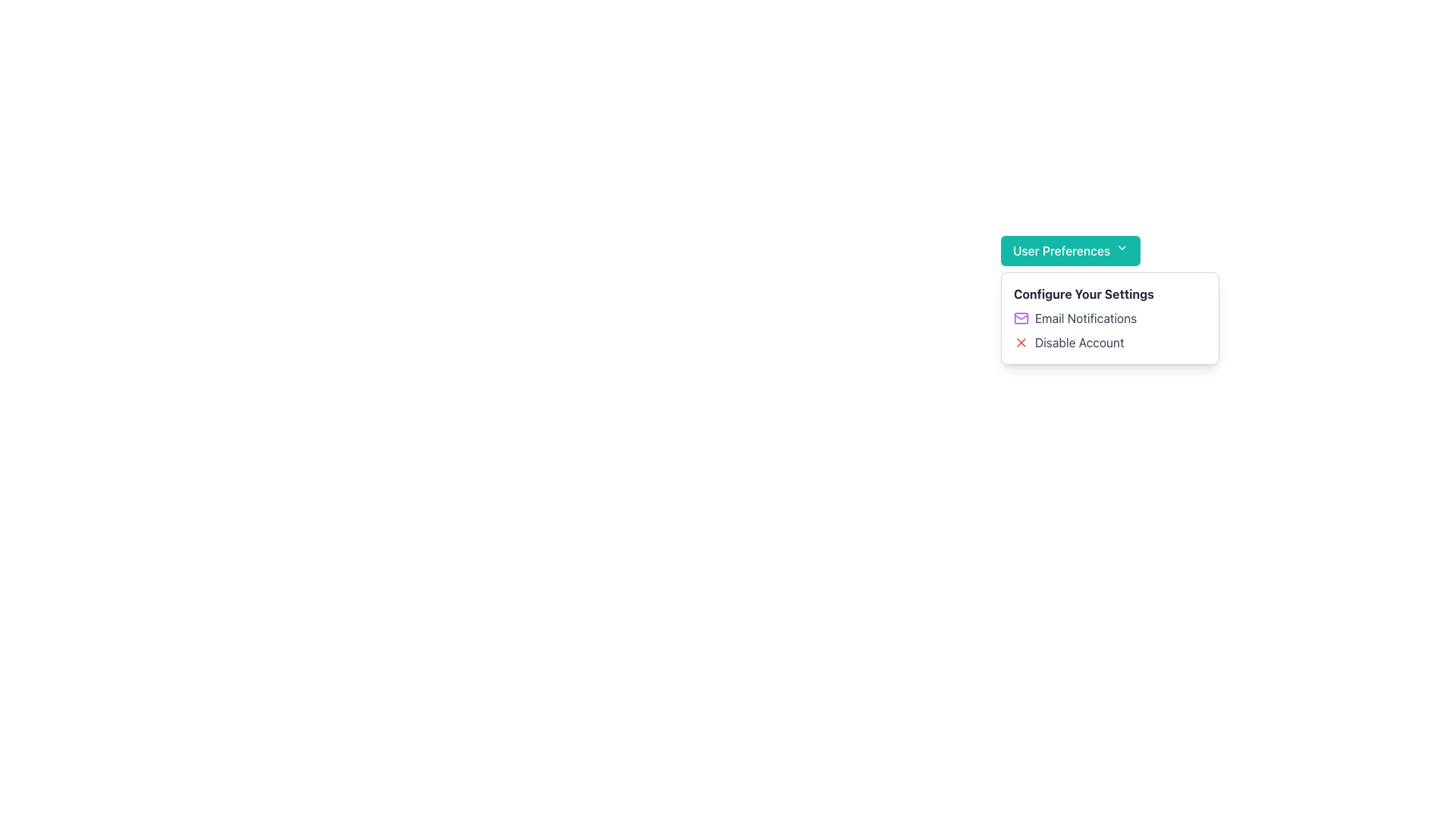  What do you see at coordinates (1084, 318) in the screenshot?
I see `the text label 'Email Notifications' which is styled in gray and located in a popup card under 'Configure Your Settings', alongside a purple mail icon` at bounding box center [1084, 318].